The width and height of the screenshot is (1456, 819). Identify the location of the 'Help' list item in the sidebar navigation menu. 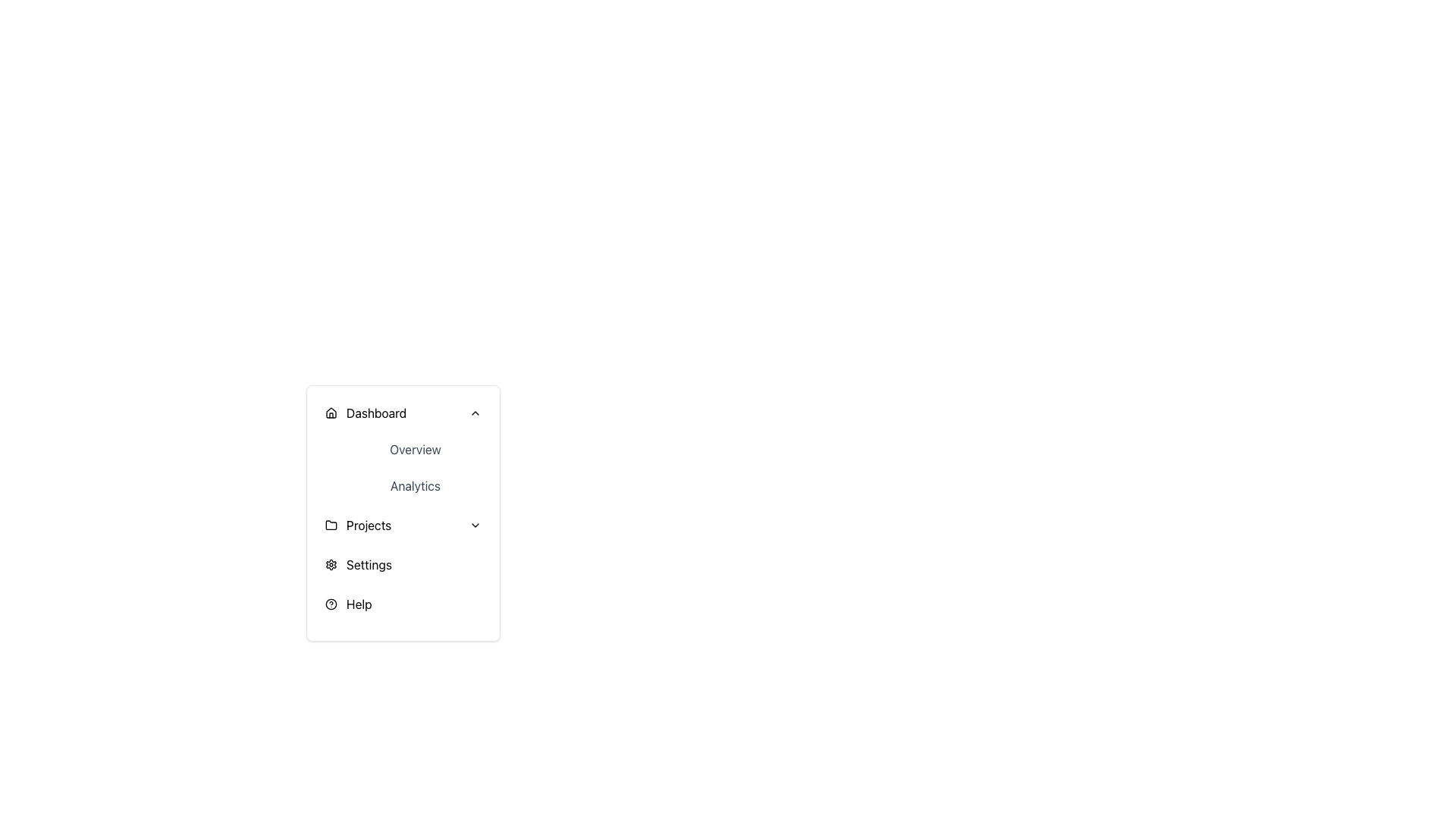
(403, 604).